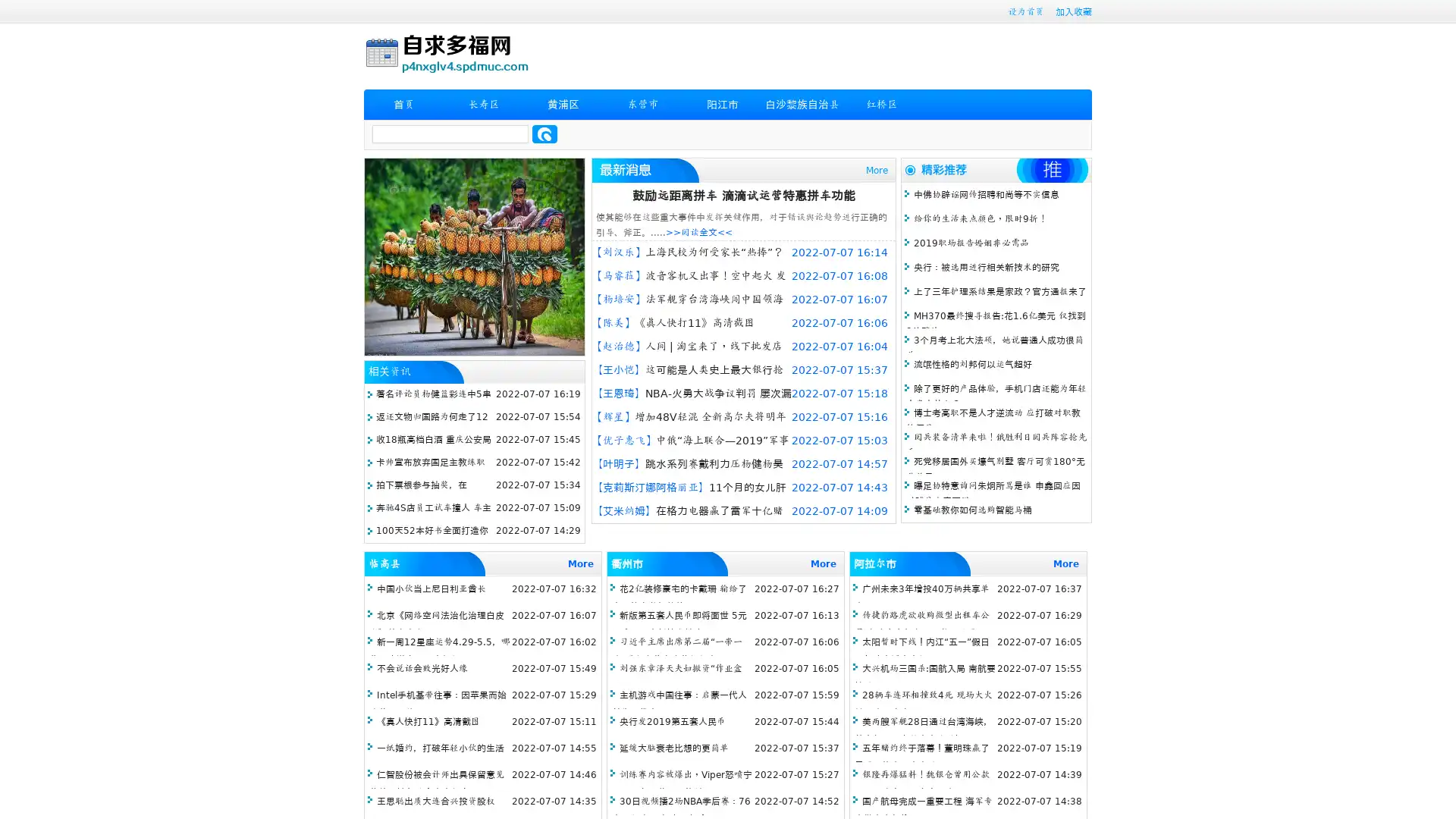 This screenshot has width=1456, height=819. Describe the element at coordinates (544, 133) in the screenshot. I see `Search` at that location.